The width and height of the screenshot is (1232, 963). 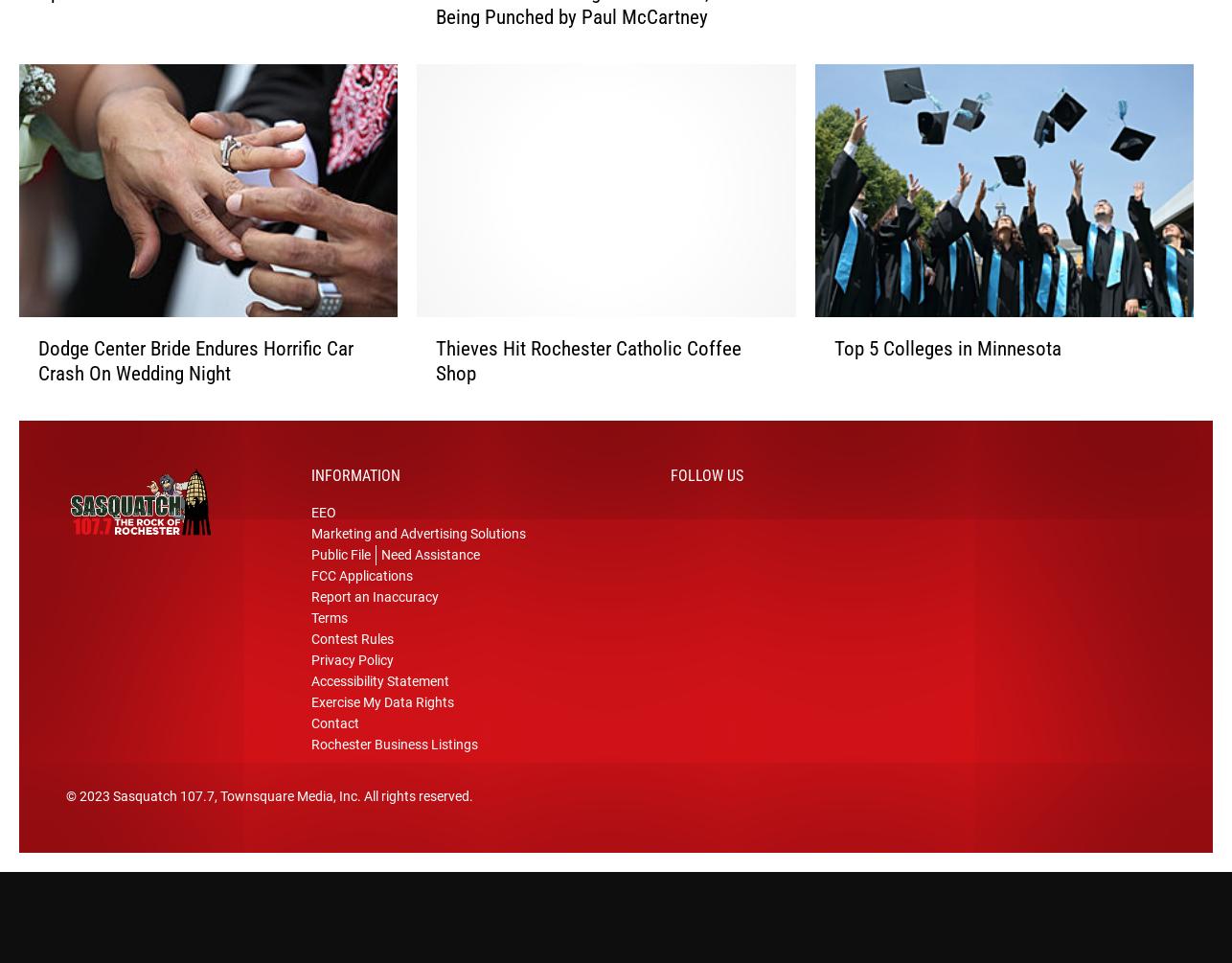 What do you see at coordinates (352, 667) in the screenshot?
I see `'Privacy Policy'` at bounding box center [352, 667].